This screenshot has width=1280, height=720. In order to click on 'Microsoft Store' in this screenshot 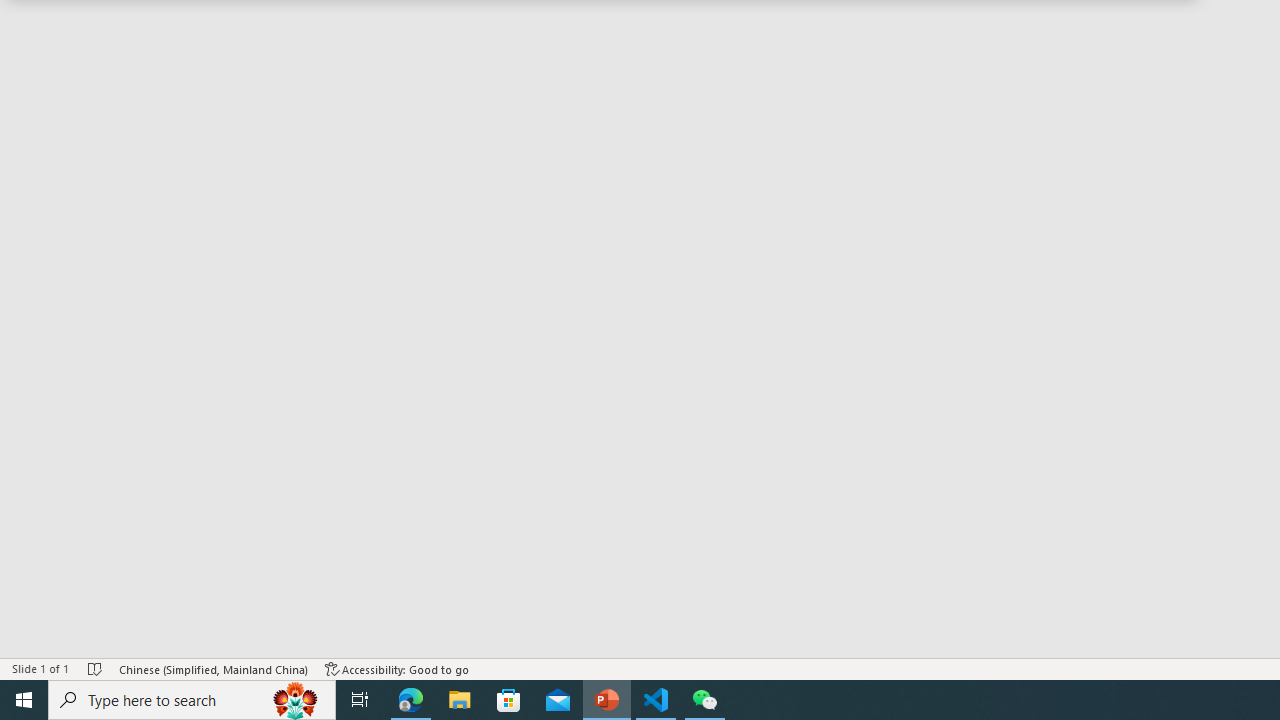, I will do `click(509, 698)`.